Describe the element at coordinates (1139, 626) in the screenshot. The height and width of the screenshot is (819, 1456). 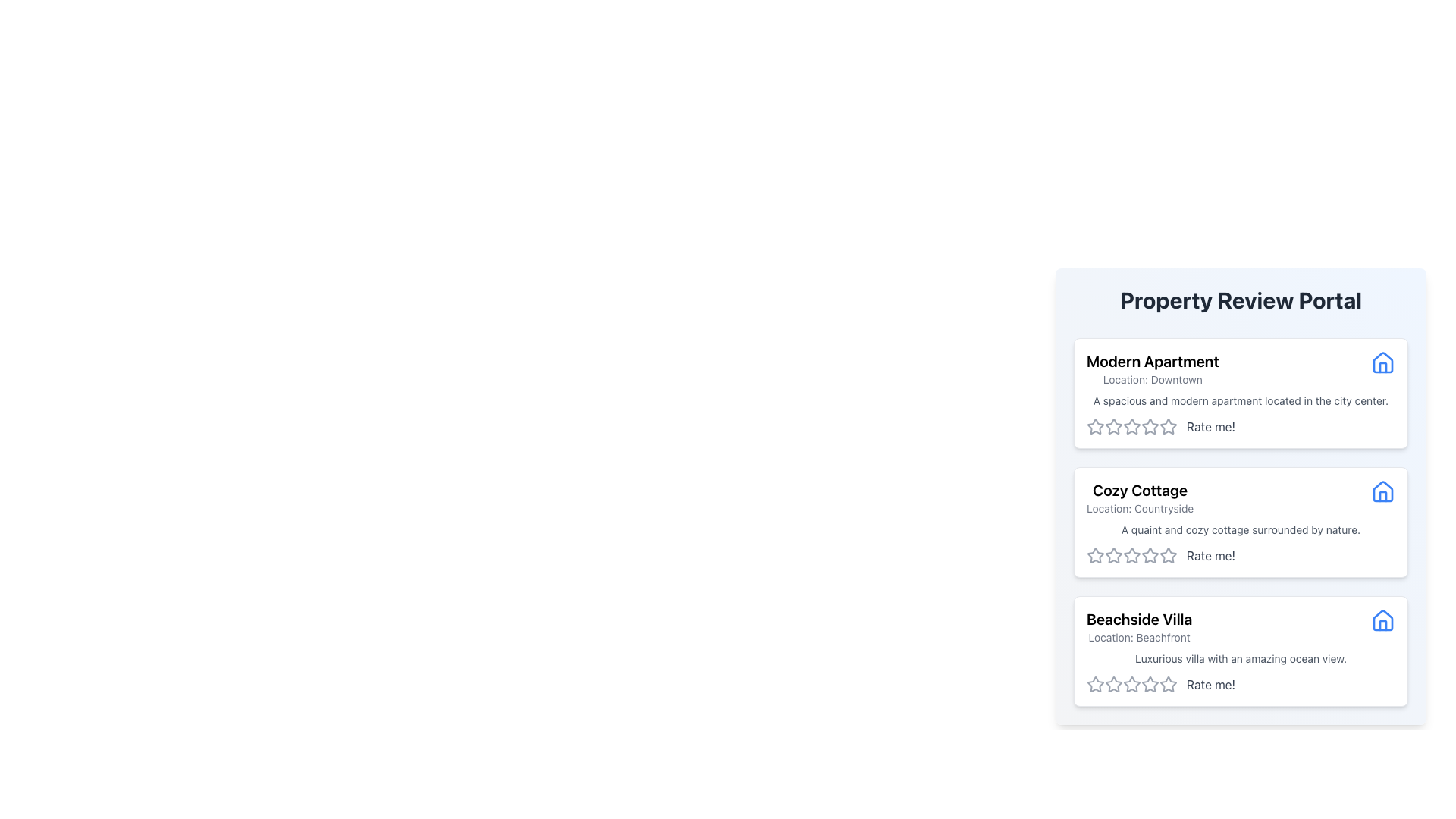
I see `the text label indicating 'Beachside Villa' with the subtitle 'Location: Beachfront' in the third property card` at that location.